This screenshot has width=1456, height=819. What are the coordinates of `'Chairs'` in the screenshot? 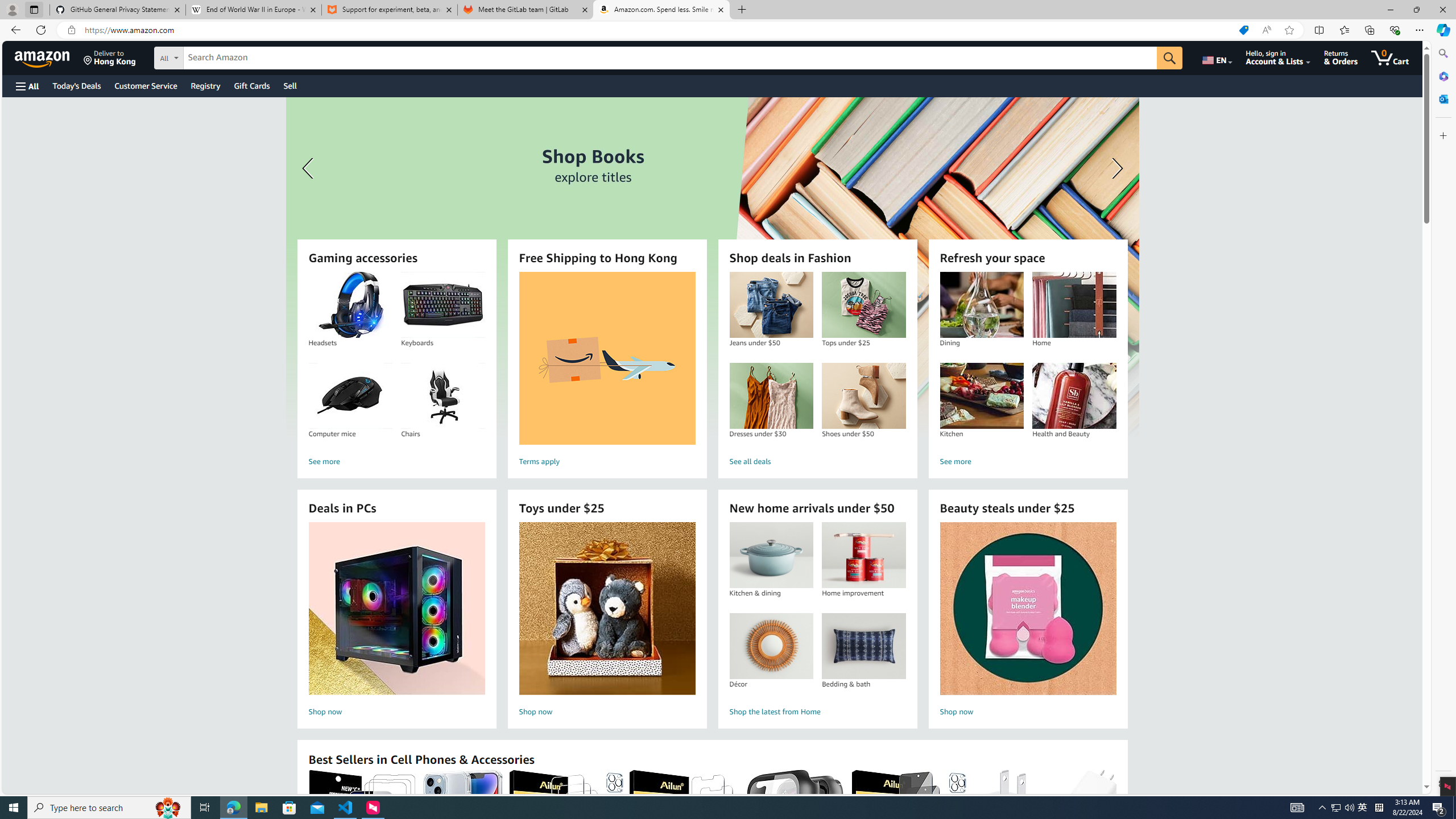 It's located at (442, 396).